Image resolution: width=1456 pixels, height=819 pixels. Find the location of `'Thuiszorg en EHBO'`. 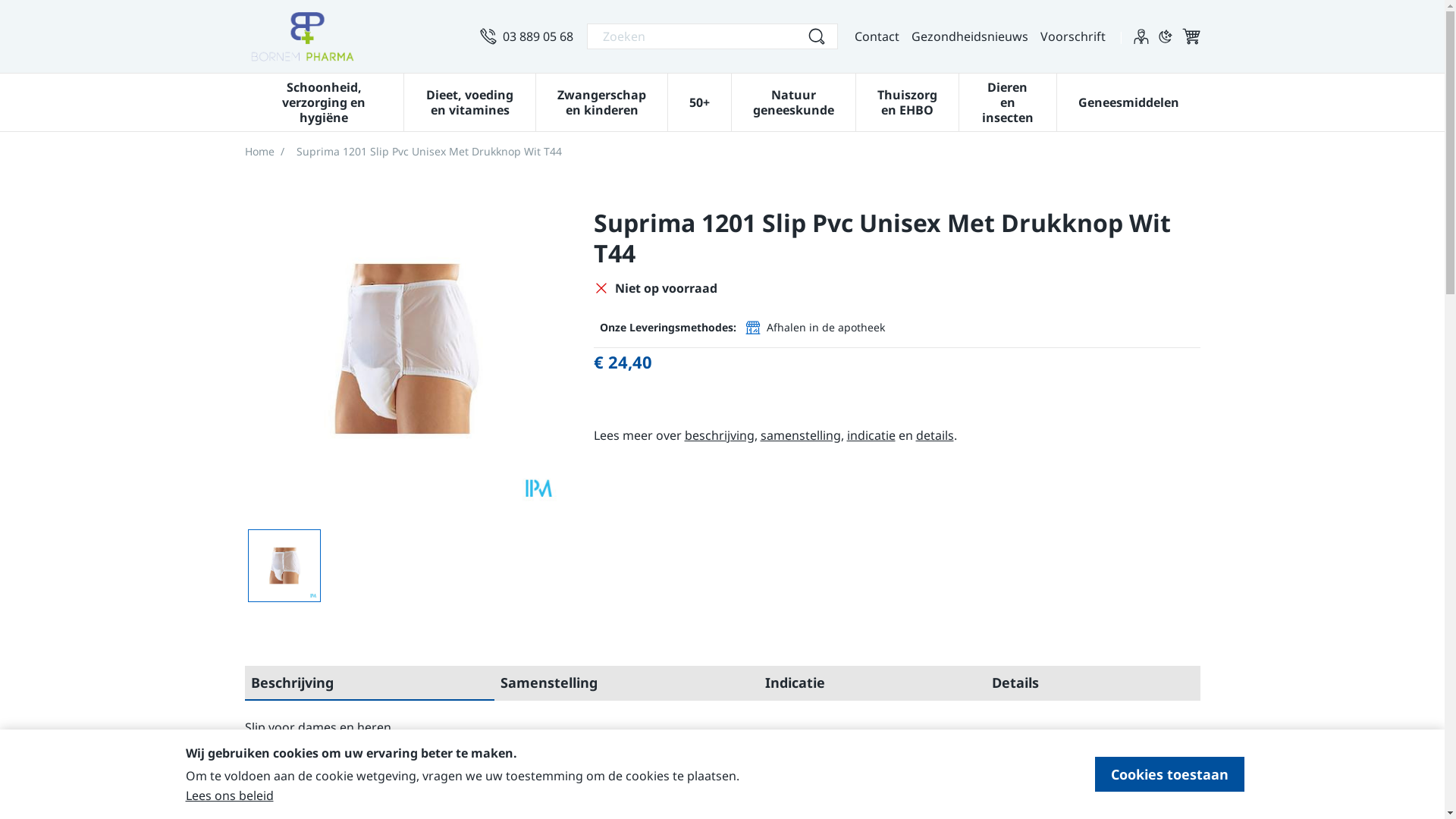

'Thuiszorg en EHBO' is located at coordinates (907, 100).